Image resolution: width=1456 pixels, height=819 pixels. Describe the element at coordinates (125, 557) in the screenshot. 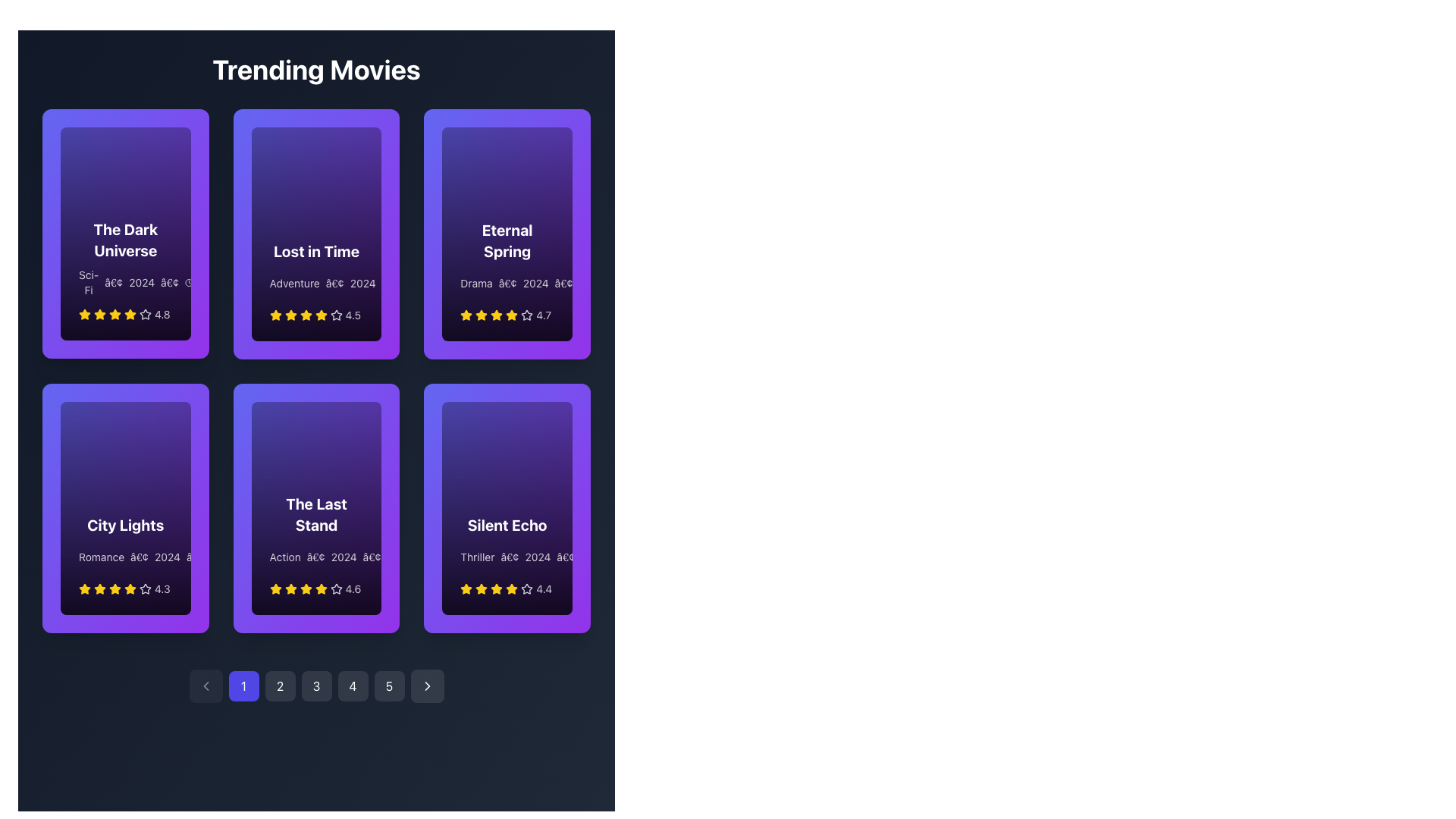

I see `the text element displaying the movie genre, release year, and duration, which reads 'Romance • 2024 • 1h 45m' and is positioned below the title 'City Lights' within the card layout` at that location.